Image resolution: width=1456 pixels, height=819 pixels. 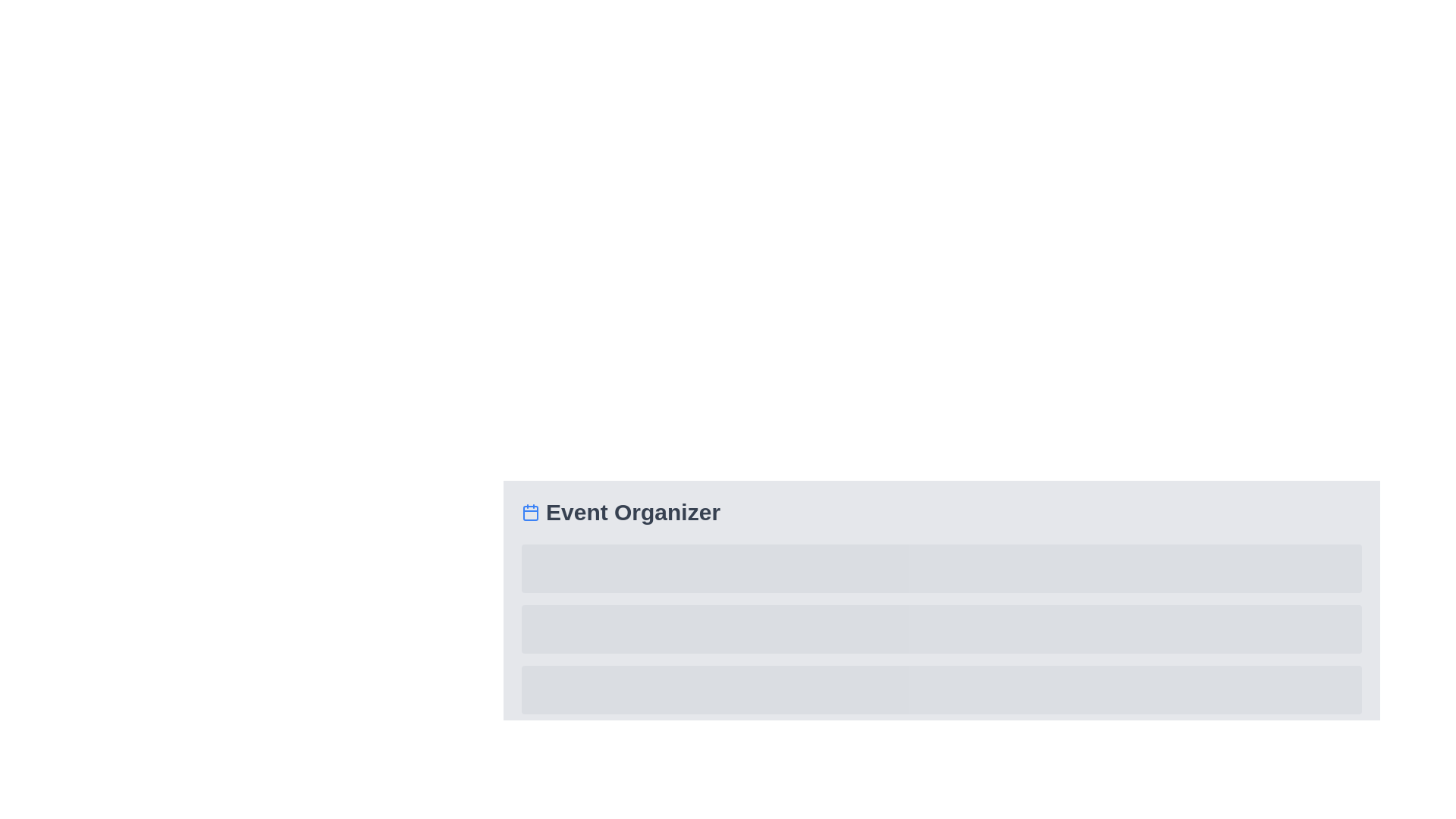 I want to click on the calendar icon located to the left of the 'Event Organizer' text, which serves as a visual cue for scheduling features, so click(x=531, y=512).